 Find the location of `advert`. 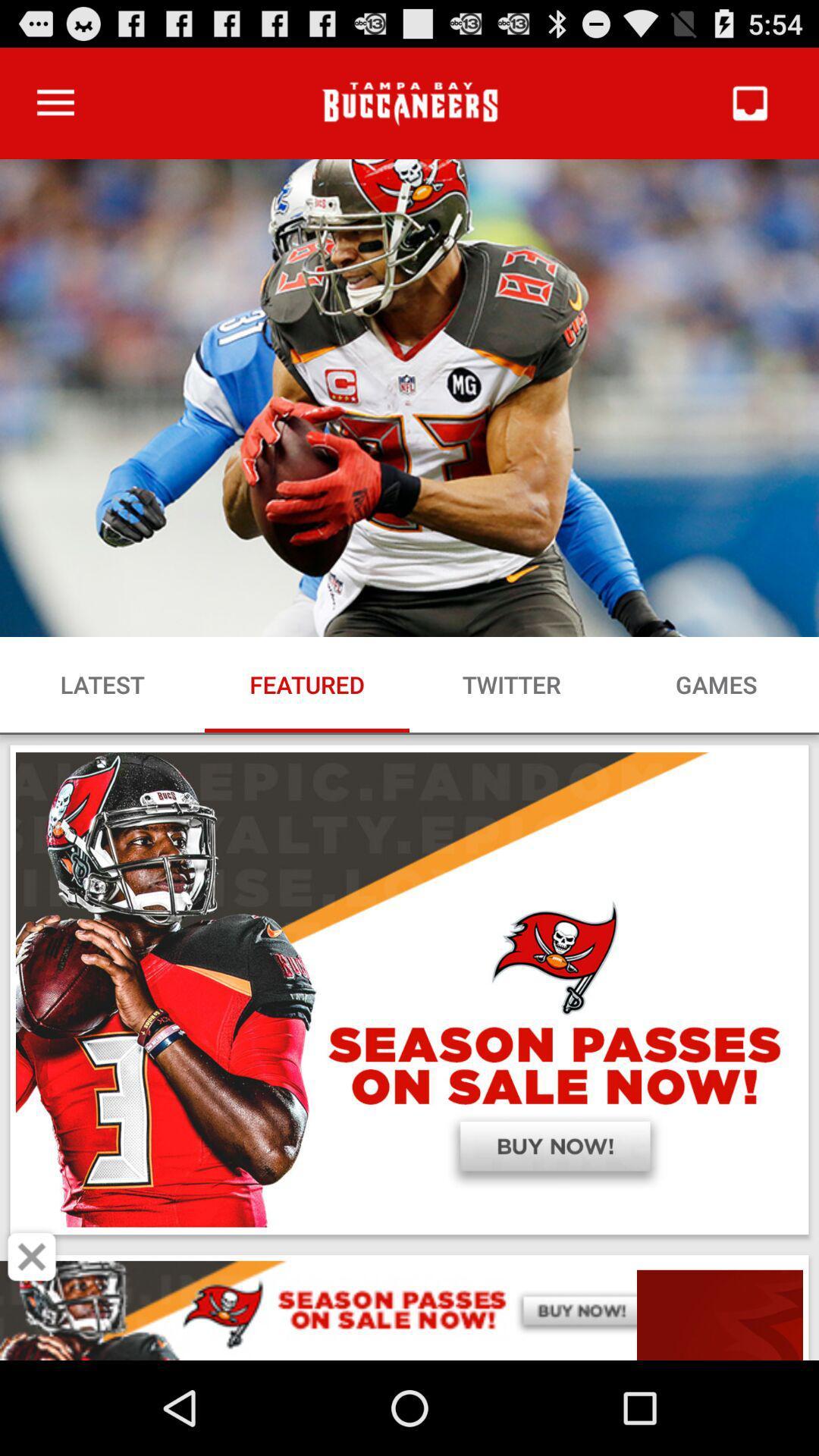

advert is located at coordinates (32, 1257).